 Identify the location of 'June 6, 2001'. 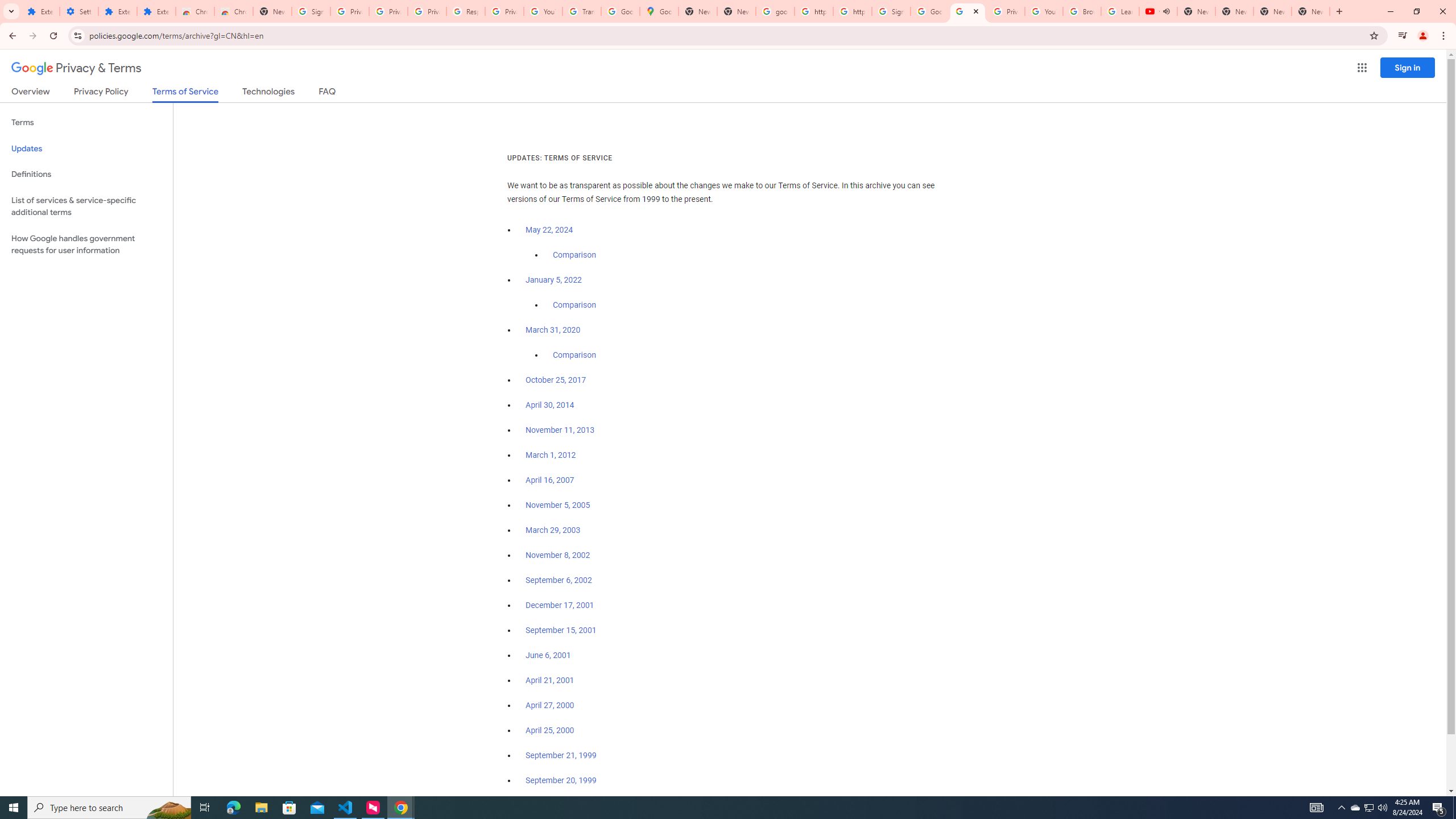
(547, 655).